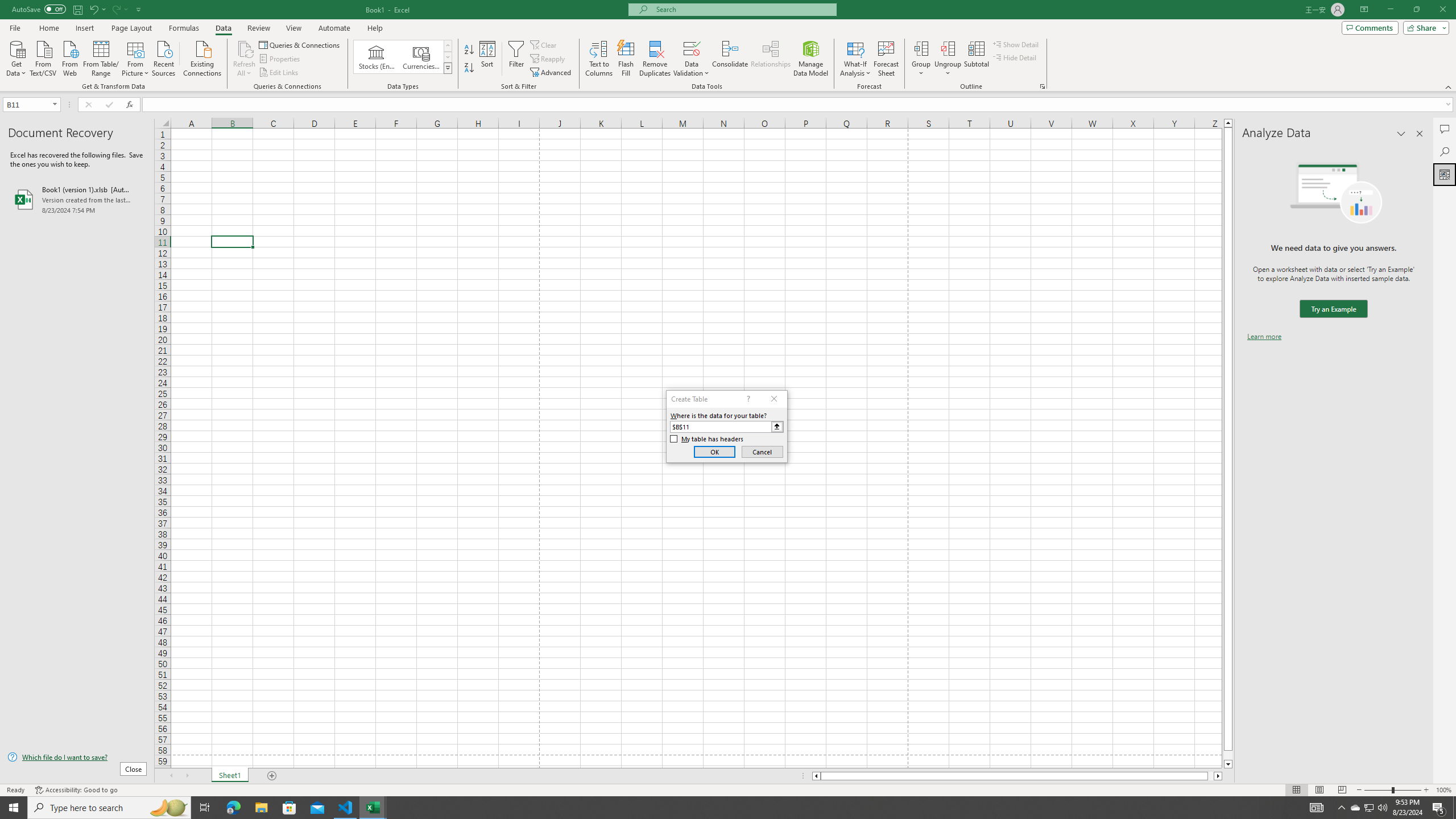 The height and width of the screenshot is (819, 1456). I want to click on 'Reapply', so click(549, 59).